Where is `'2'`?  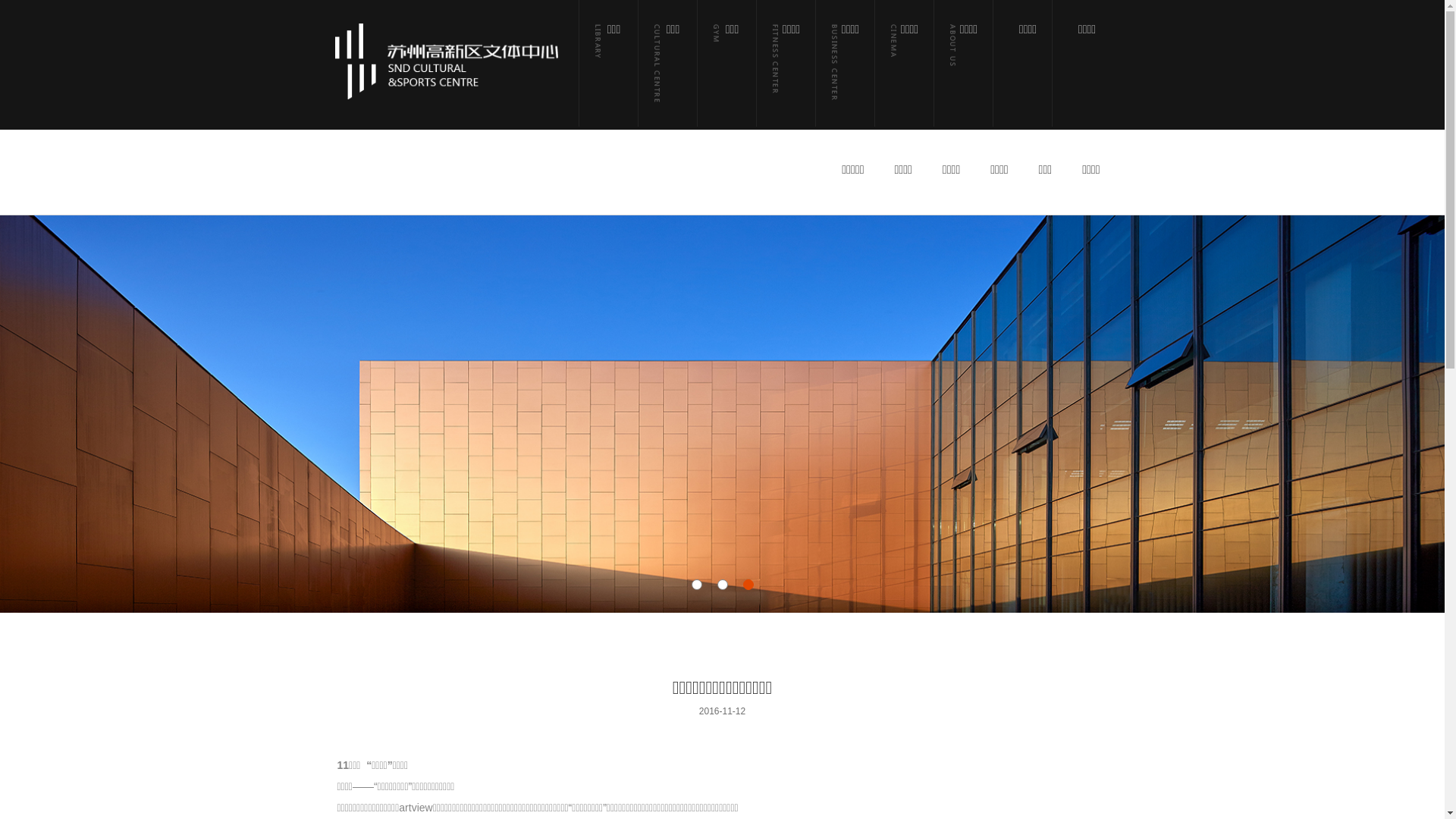 '2' is located at coordinates (722, 584).